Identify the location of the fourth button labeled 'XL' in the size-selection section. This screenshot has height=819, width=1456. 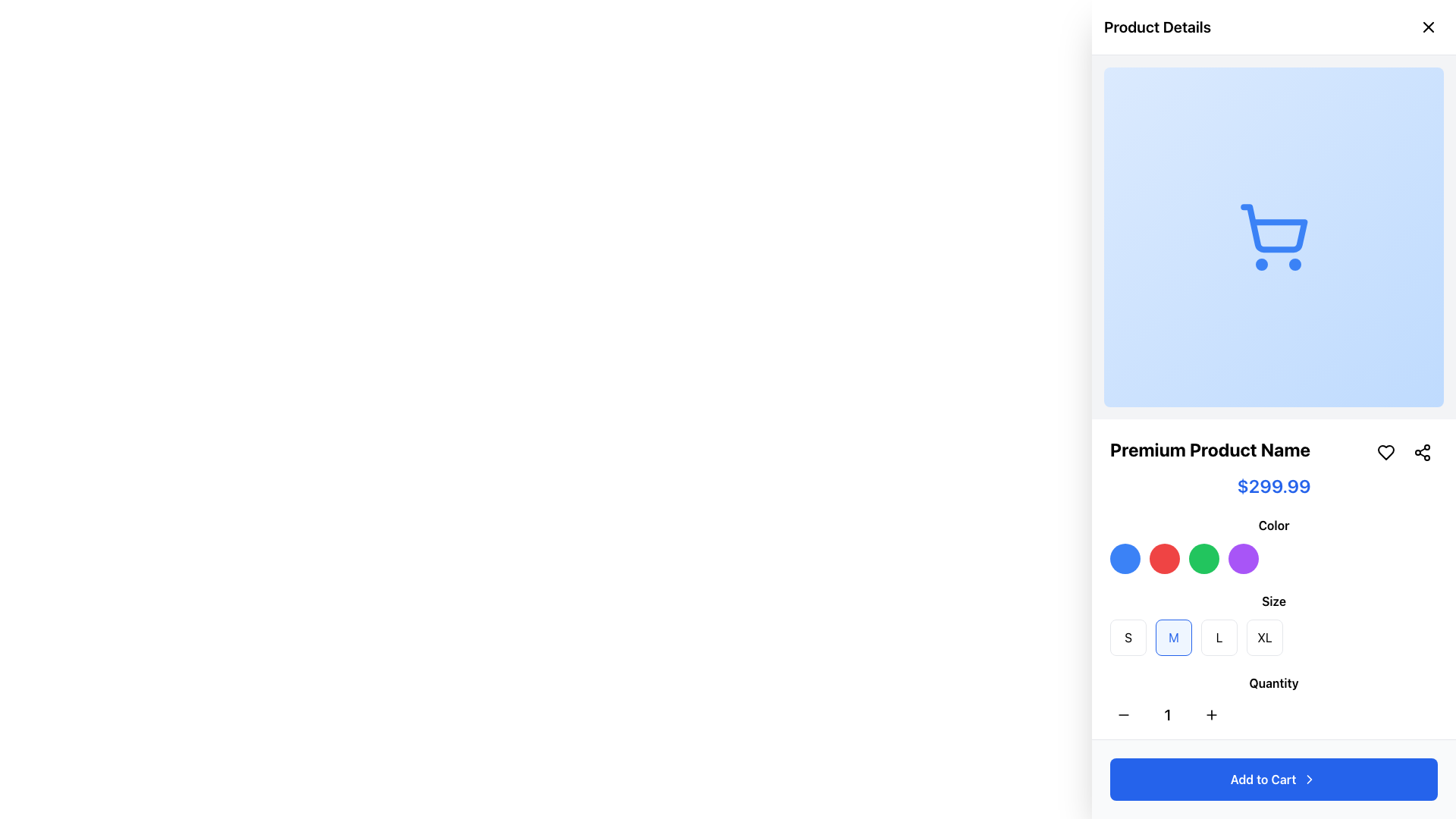
(1265, 637).